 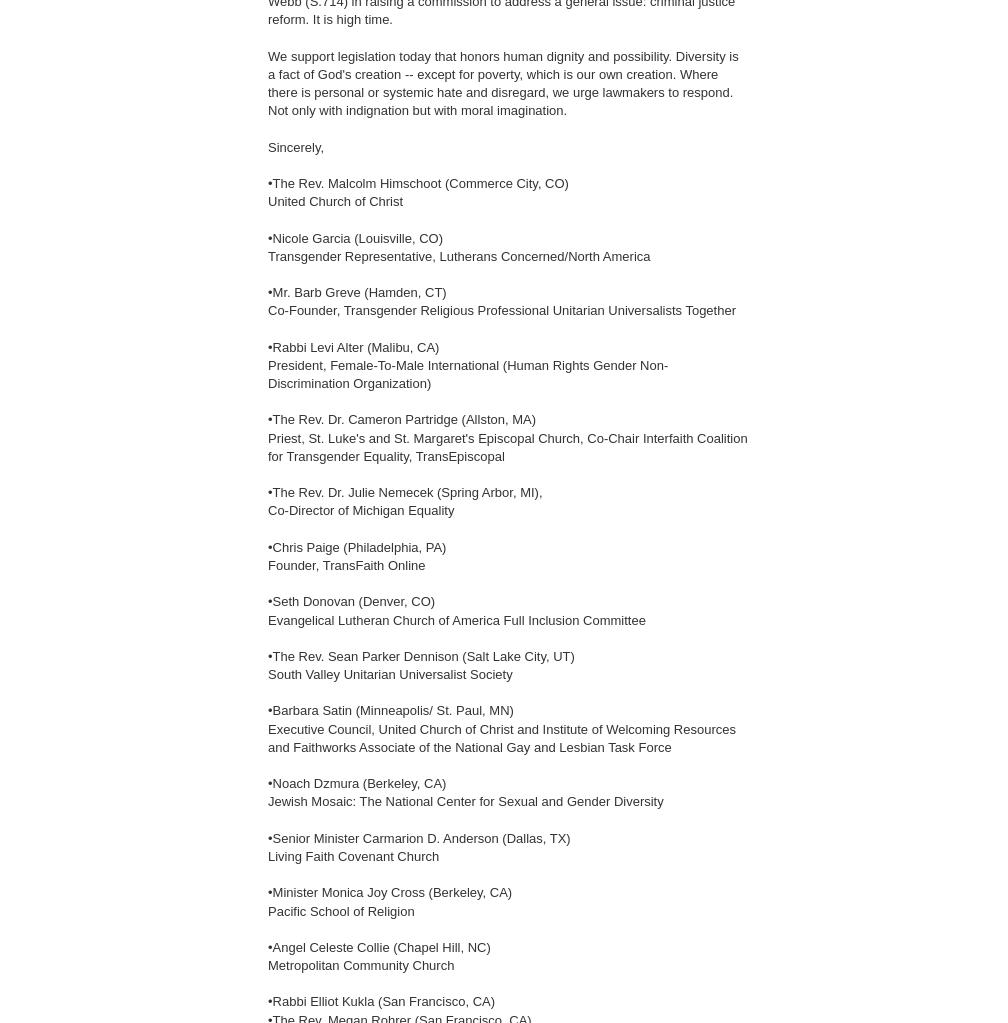 What do you see at coordinates (353, 854) in the screenshot?
I see `'Living Faith Covenant Church'` at bounding box center [353, 854].